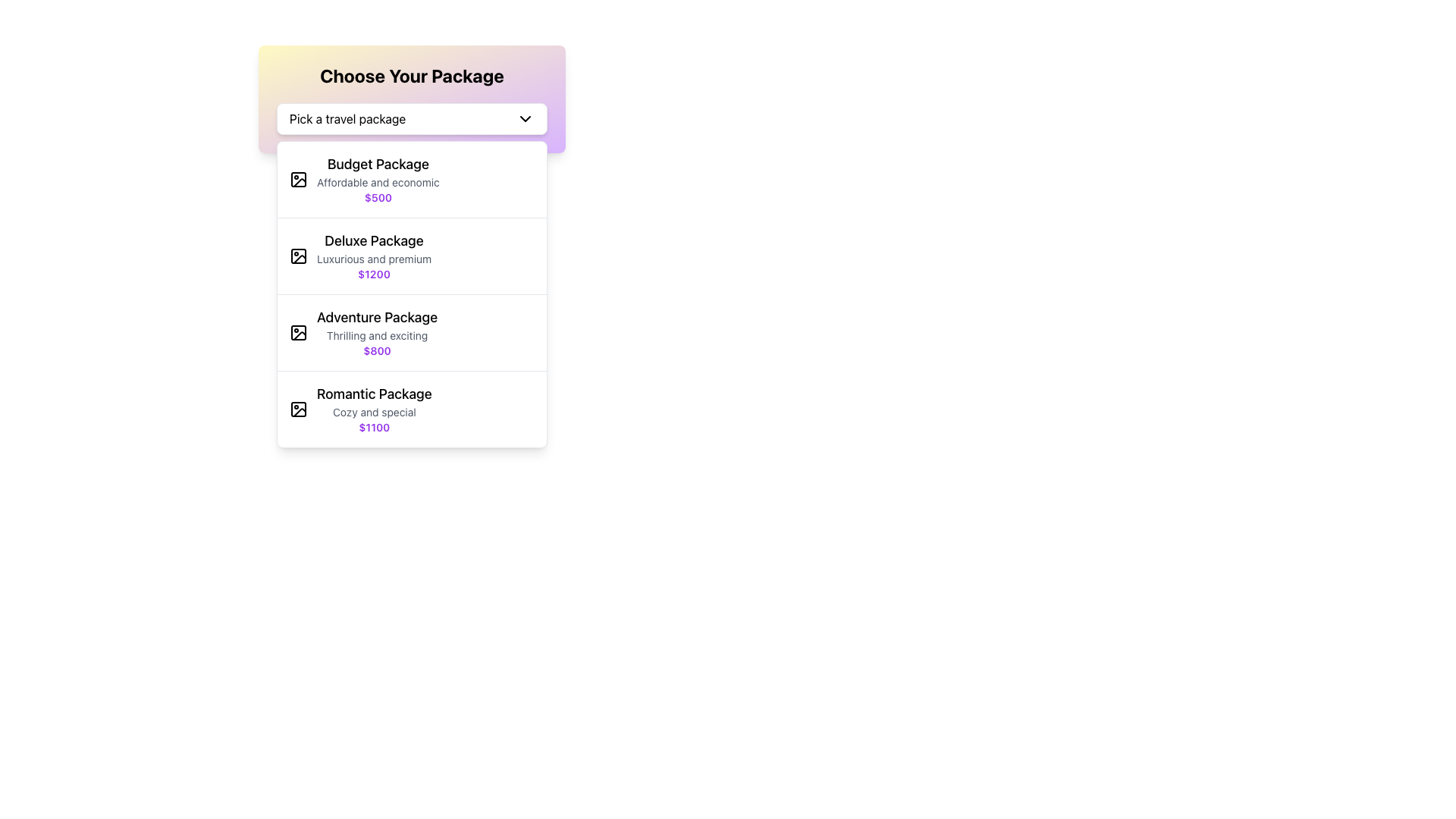 The image size is (1456, 819). What do you see at coordinates (374, 240) in the screenshot?
I see `the Text Label for the 'Deluxe Package', which is the second item in the list of package options` at bounding box center [374, 240].